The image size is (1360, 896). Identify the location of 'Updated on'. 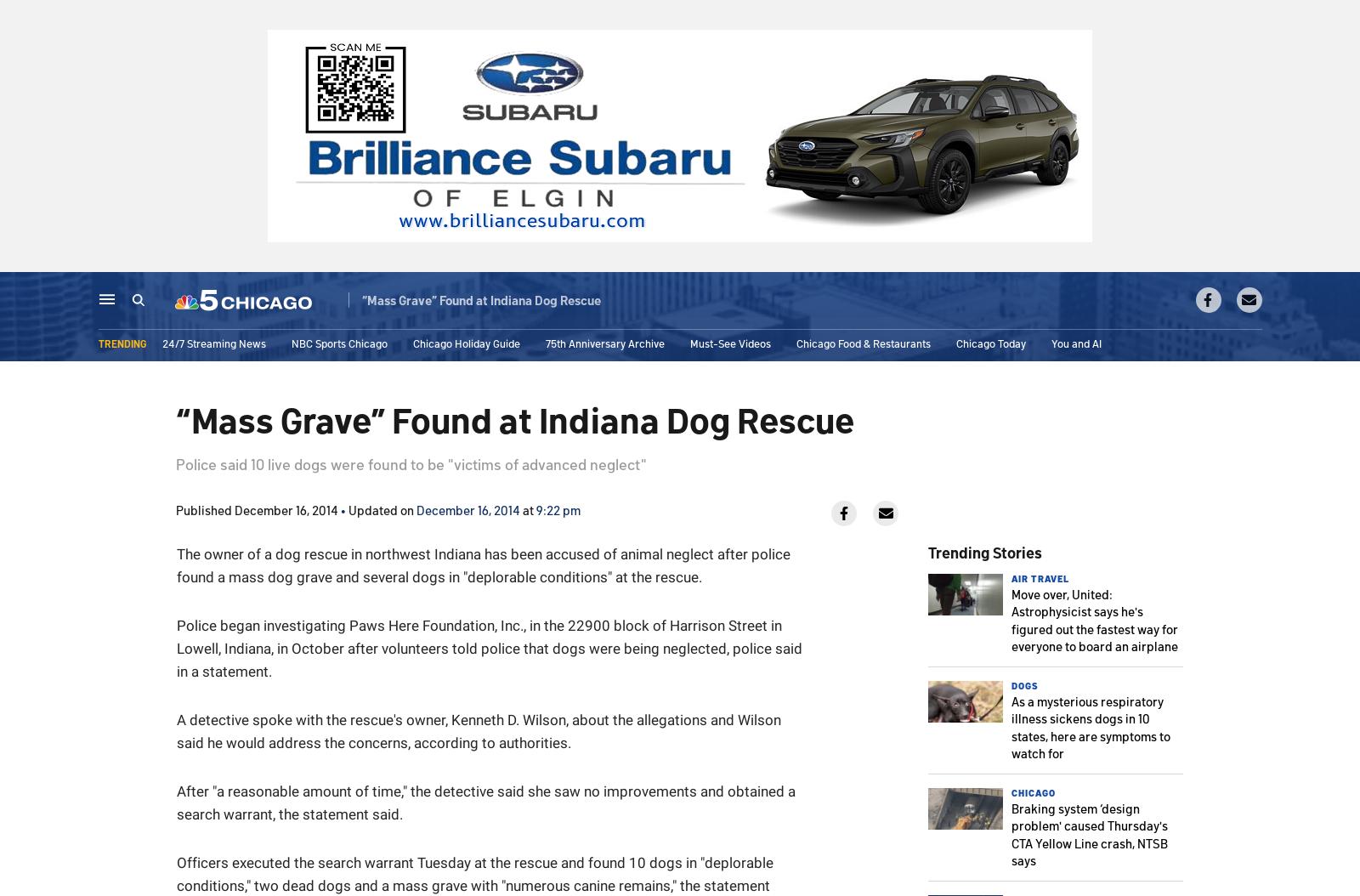
(347, 508).